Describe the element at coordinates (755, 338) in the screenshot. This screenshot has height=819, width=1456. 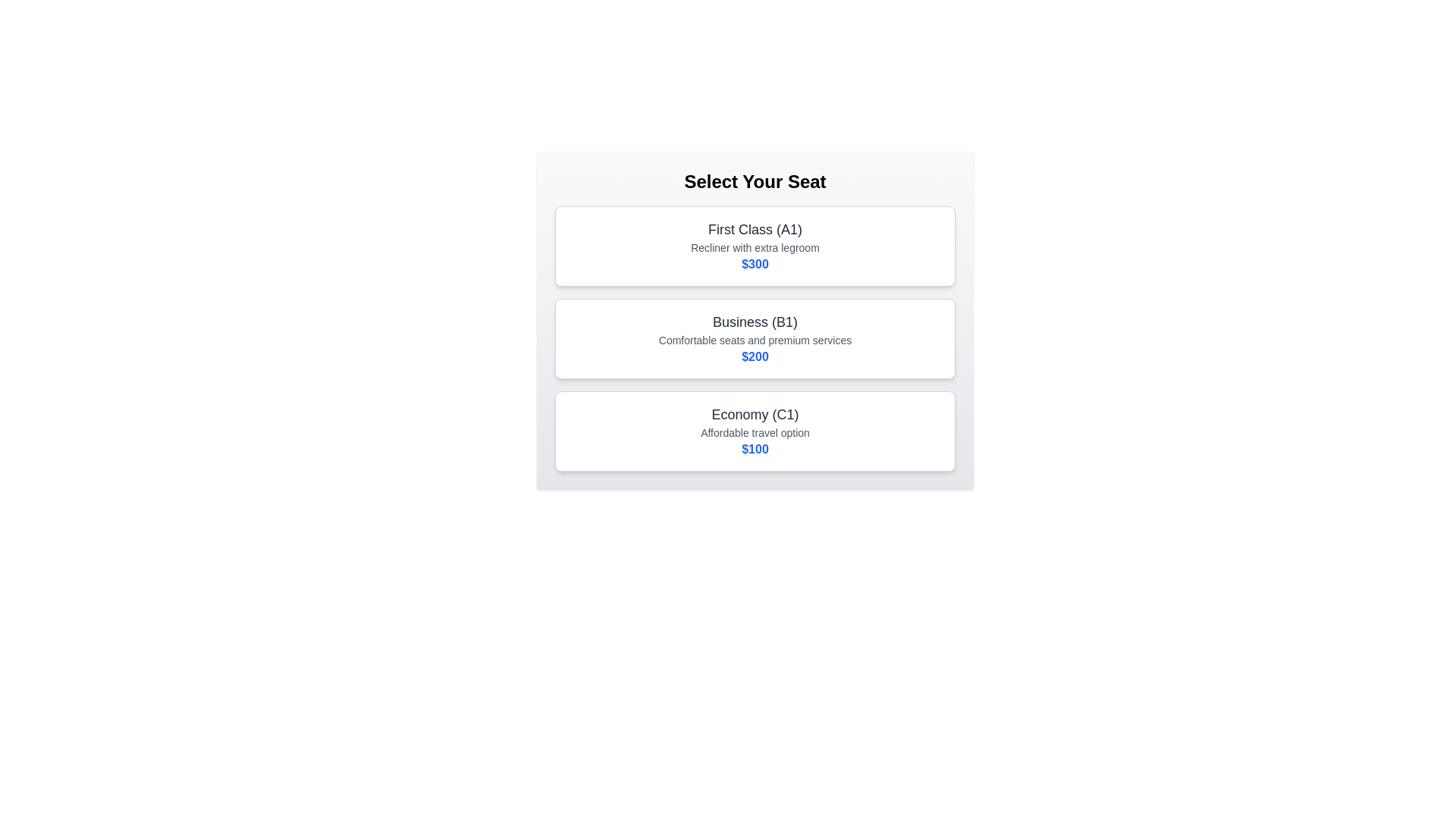
I see `the vertically stacked list of selection options that includes 'First Class (A1)', 'Business (B1)', and 'Economy (C1)' with their descriptions and prices` at that location.